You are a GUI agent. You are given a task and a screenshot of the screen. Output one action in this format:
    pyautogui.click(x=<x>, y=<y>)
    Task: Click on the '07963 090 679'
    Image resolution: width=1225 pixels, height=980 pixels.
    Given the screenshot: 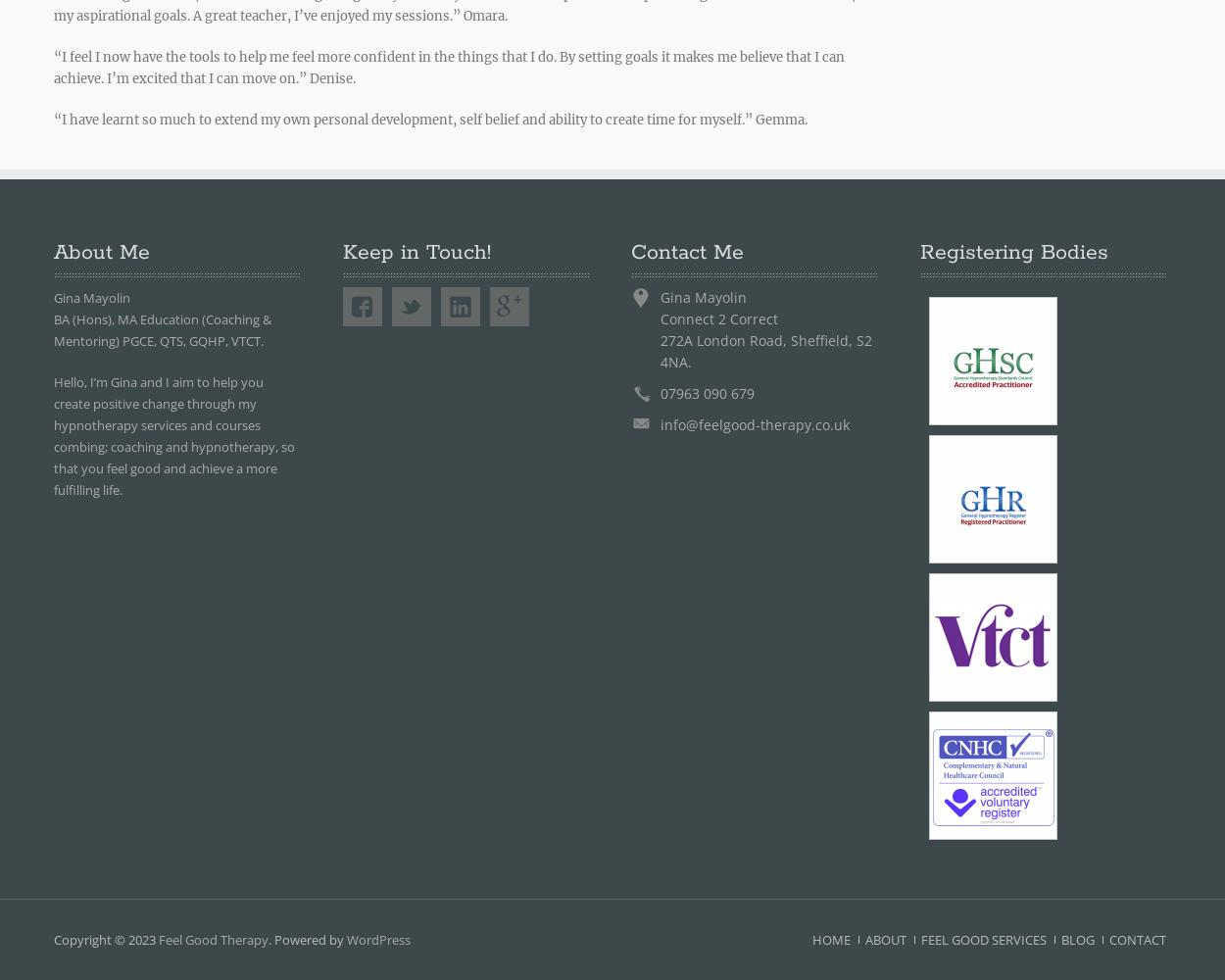 What is the action you would take?
    pyautogui.click(x=707, y=393)
    